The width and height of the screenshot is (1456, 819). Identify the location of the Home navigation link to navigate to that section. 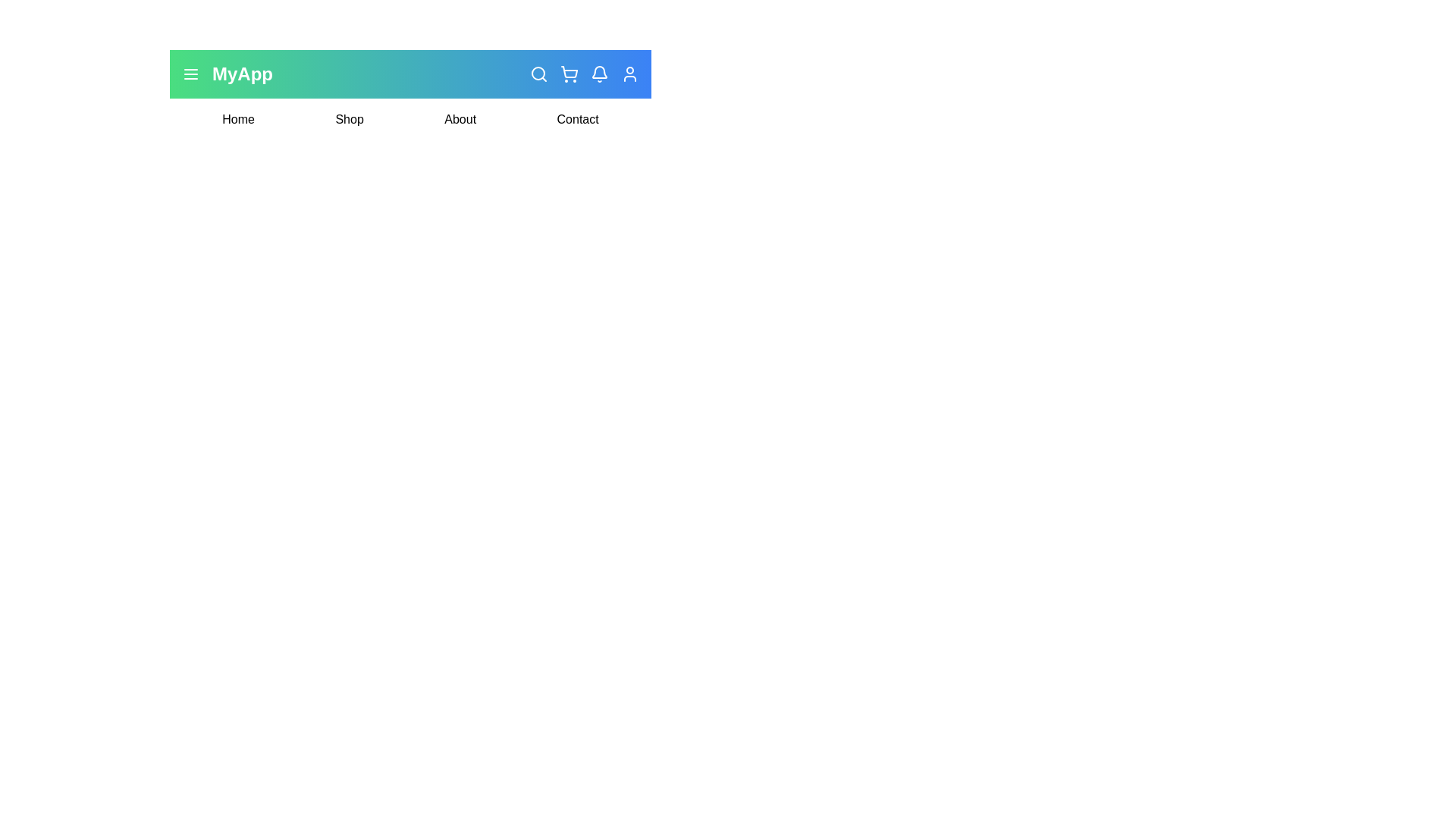
(237, 119).